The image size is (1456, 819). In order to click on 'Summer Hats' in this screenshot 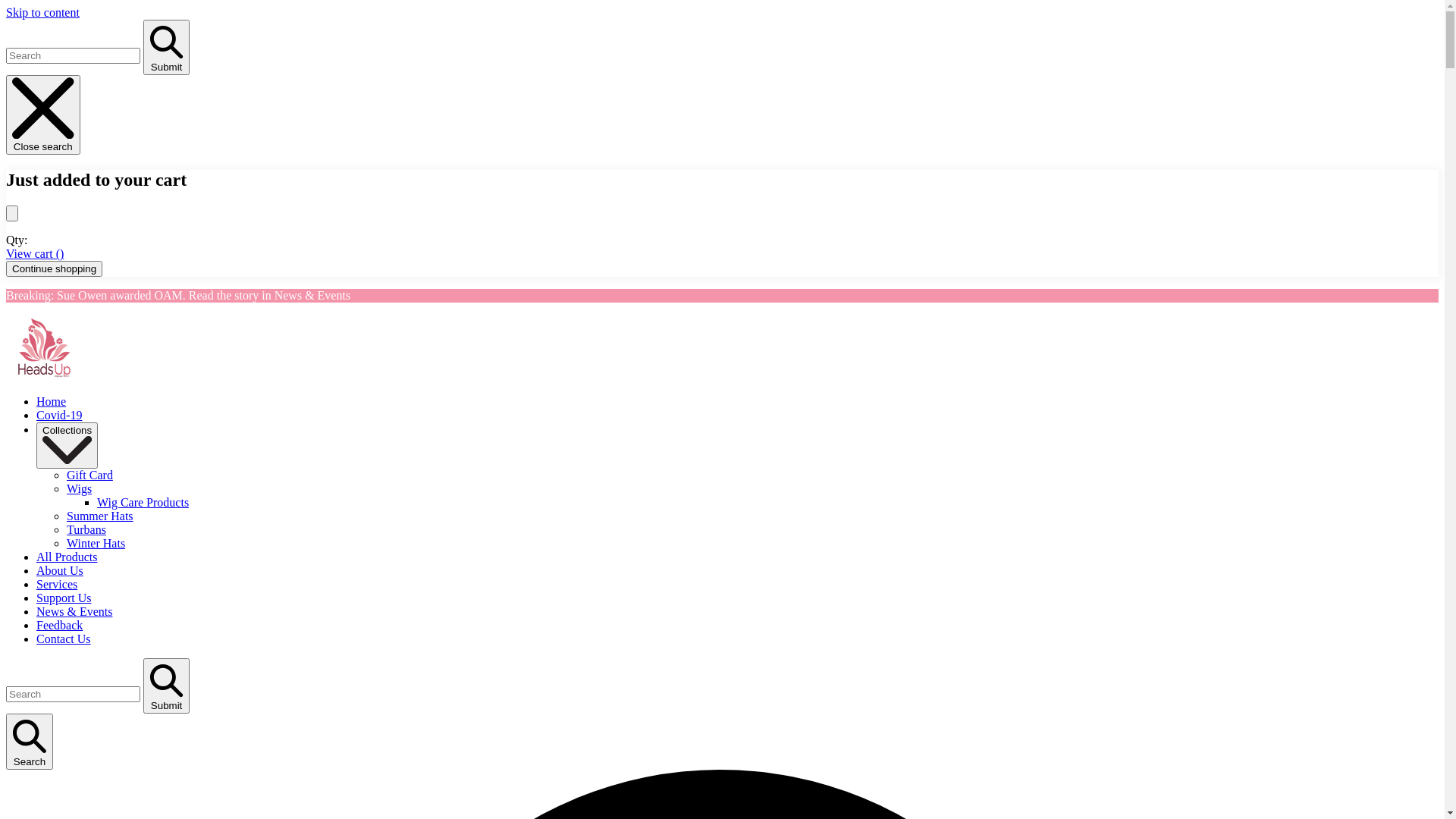, I will do `click(99, 515)`.